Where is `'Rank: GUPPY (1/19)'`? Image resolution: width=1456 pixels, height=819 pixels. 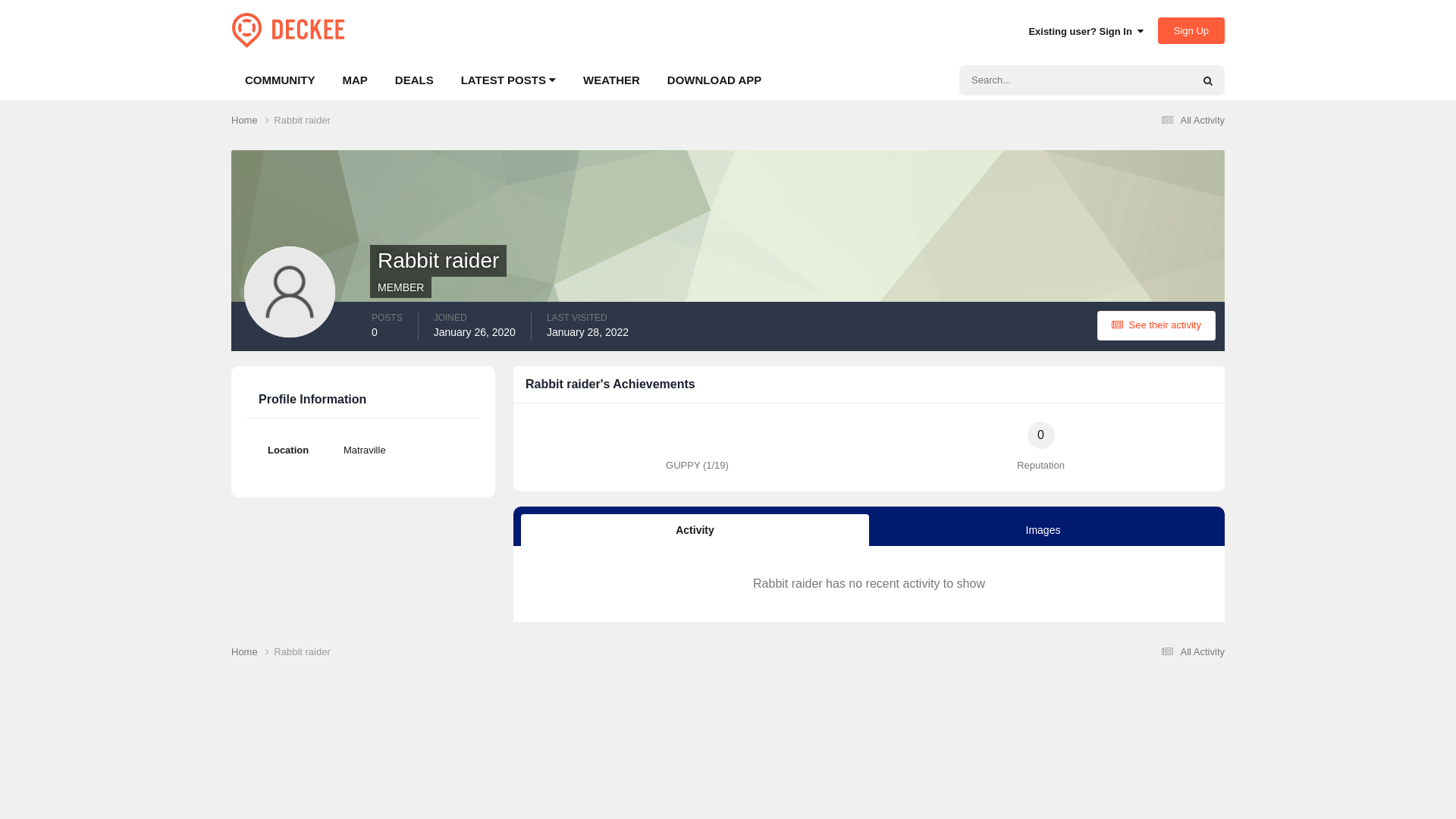 'Rank: GUPPY (1/19)' is located at coordinates (697, 435).